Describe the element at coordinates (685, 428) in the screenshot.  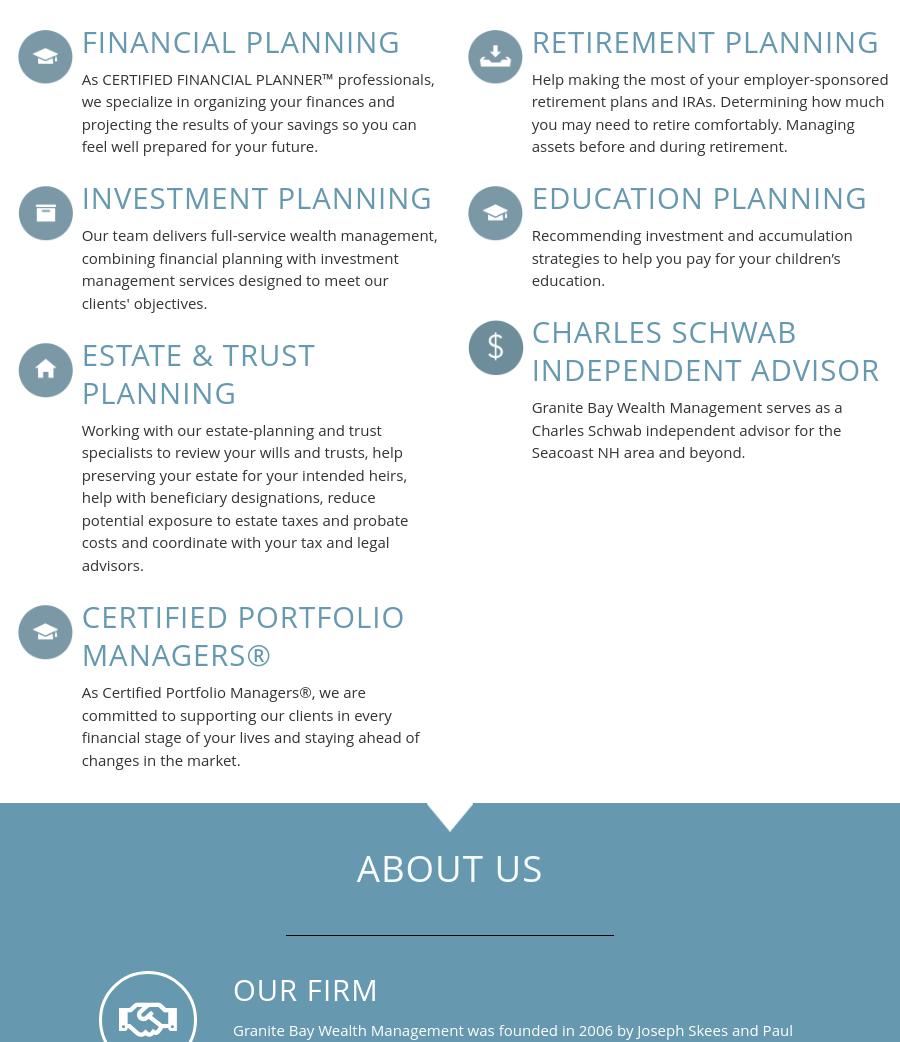
I see `'Granite Bay Wealth Management serves as a Charles Schwab independent advisor for the Seacoast NH area and beyond.'` at that location.